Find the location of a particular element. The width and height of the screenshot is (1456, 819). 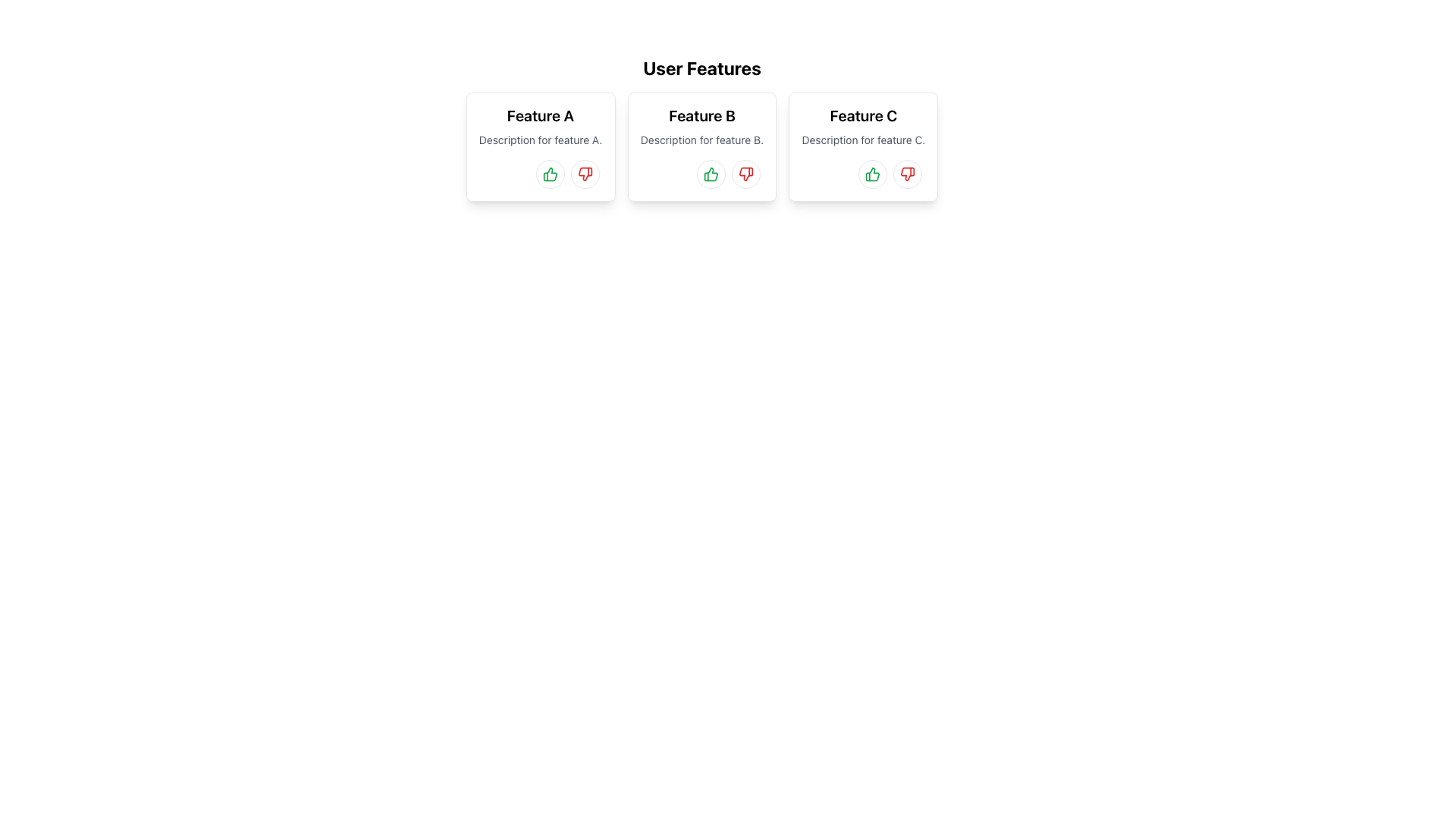

the 'Feature A' text label, which is displayed in bold and enlarged font within the top portion of the leftmost card in a group of three horizontally arranged cards is located at coordinates (541, 115).